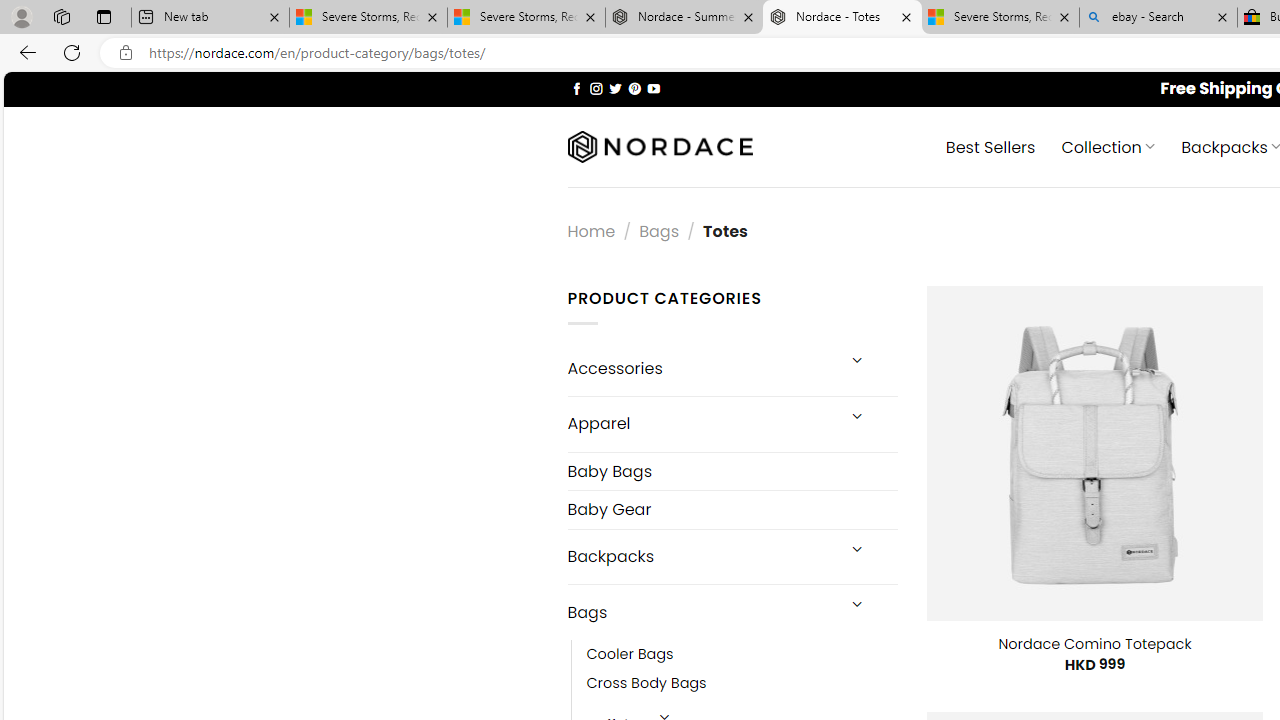  What do you see at coordinates (576, 87) in the screenshot?
I see `'Follow on Facebook'` at bounding box center [576, 87].